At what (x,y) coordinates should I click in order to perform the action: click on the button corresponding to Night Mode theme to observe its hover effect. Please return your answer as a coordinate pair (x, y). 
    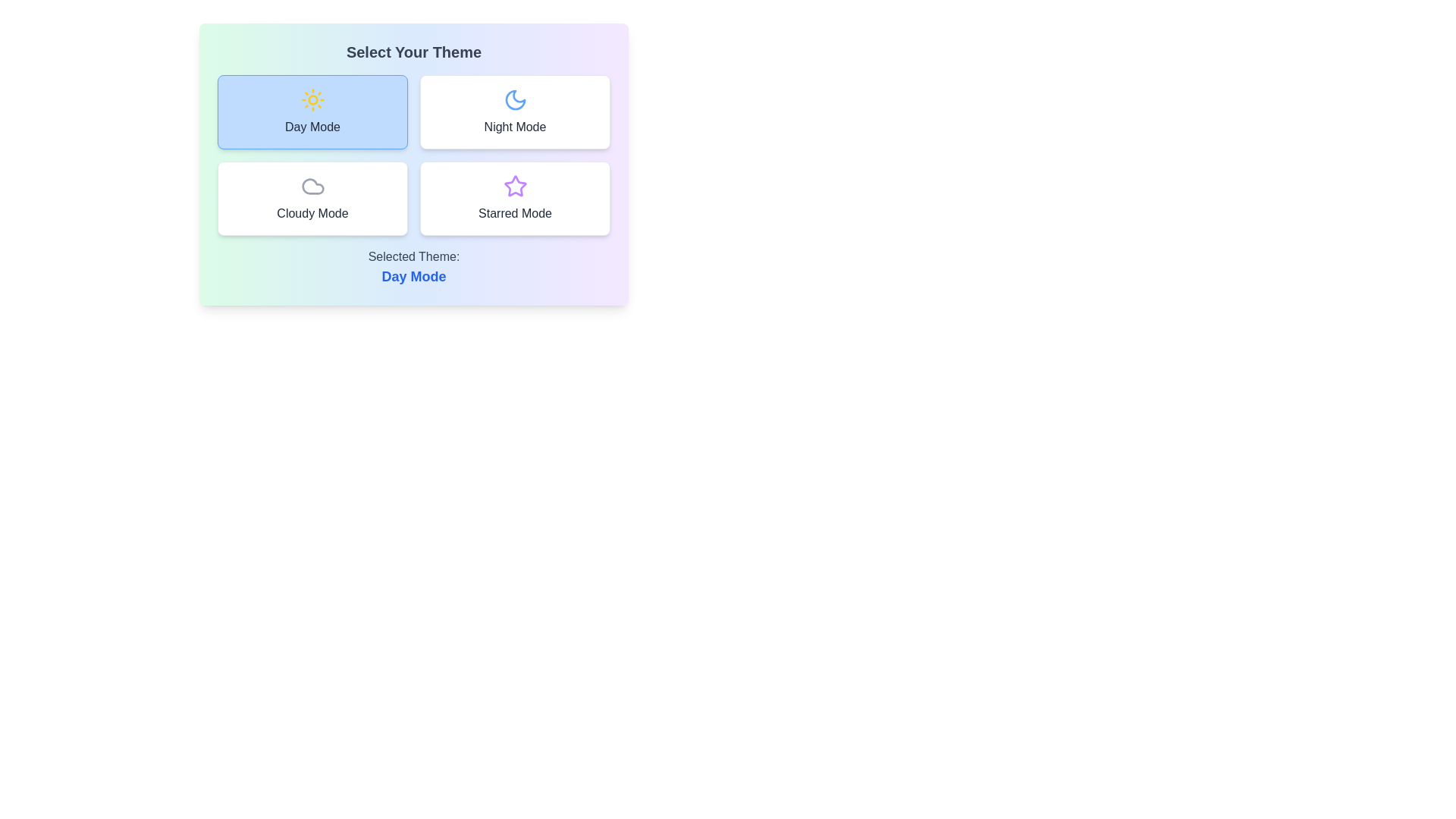
    Looking at the image, I should click on (515, 111).